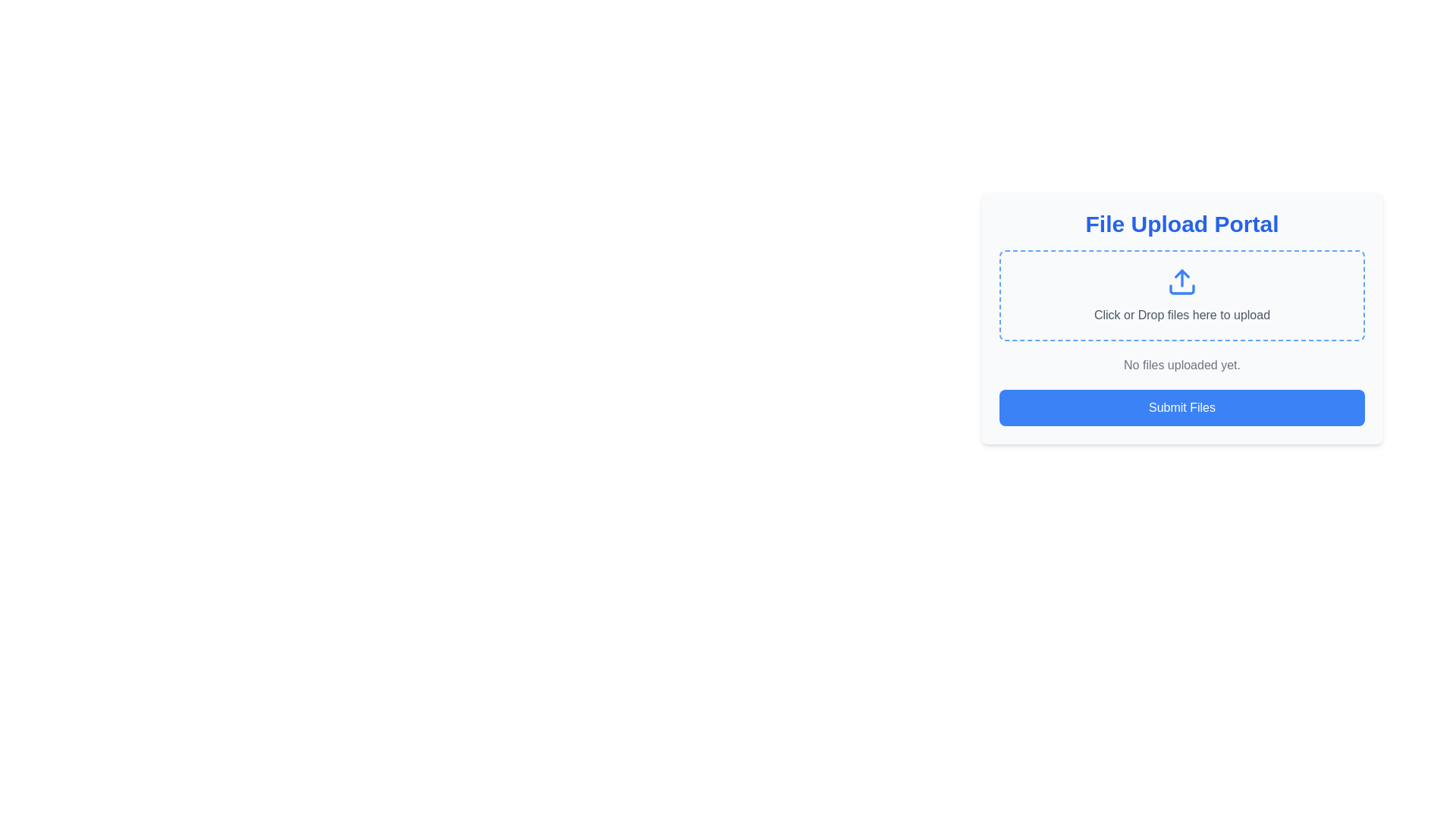 The height and width of the screenshot is (819, 1456). I want to click on the 'Submit Files' button, which is a horizontally elongated blue button with white text, located at the bottom of the 'File Upload Portal' interface, below the instruction text 'No files uploaded yet.', so click(1181, 406).